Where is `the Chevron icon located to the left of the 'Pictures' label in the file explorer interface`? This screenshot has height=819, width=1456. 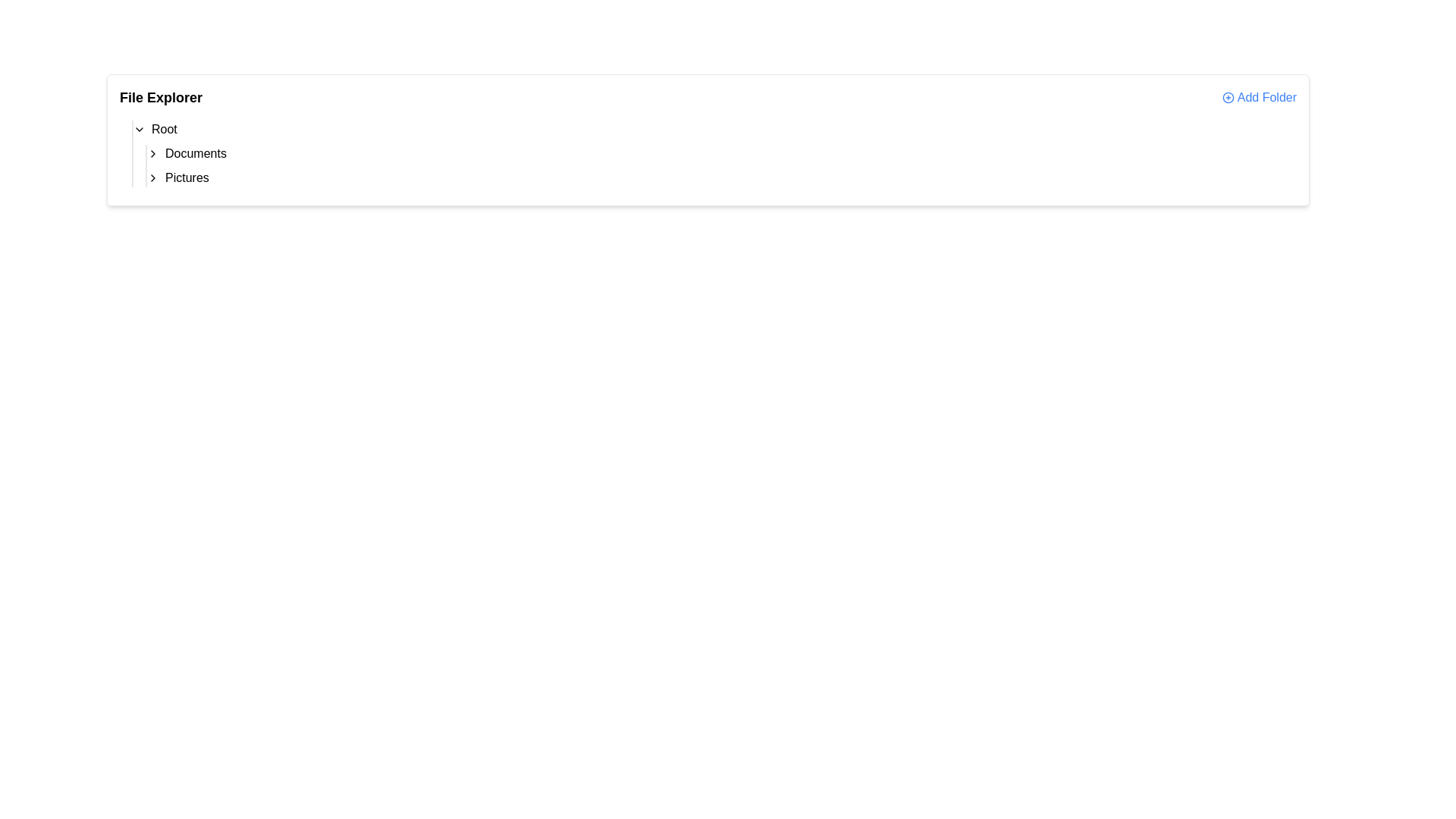
the Chevron icon located to the left of the 'Pictures' label in the file explorer interface is located at coordinates (152, 177).